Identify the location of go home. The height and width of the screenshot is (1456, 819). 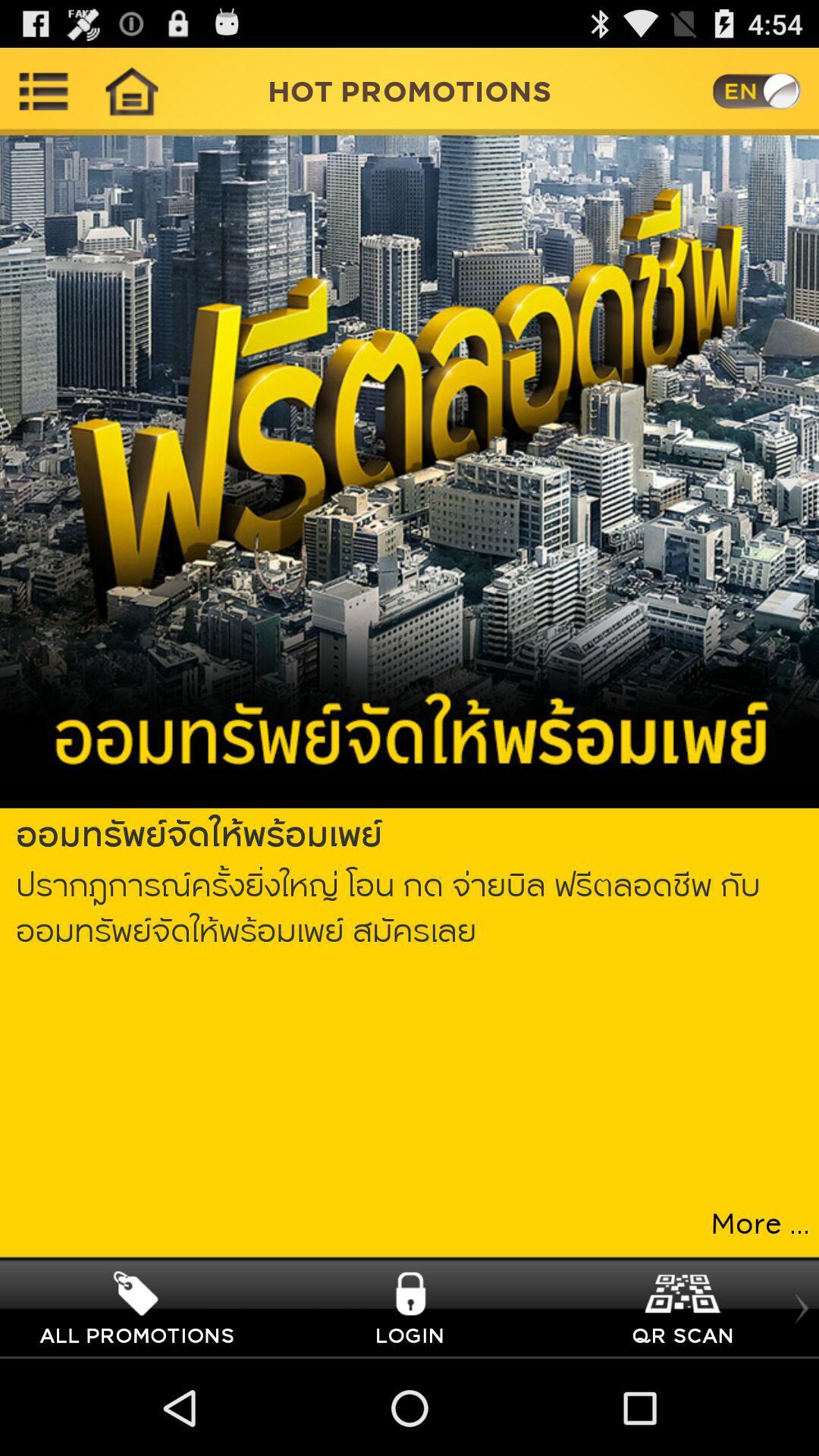
(130, 90).